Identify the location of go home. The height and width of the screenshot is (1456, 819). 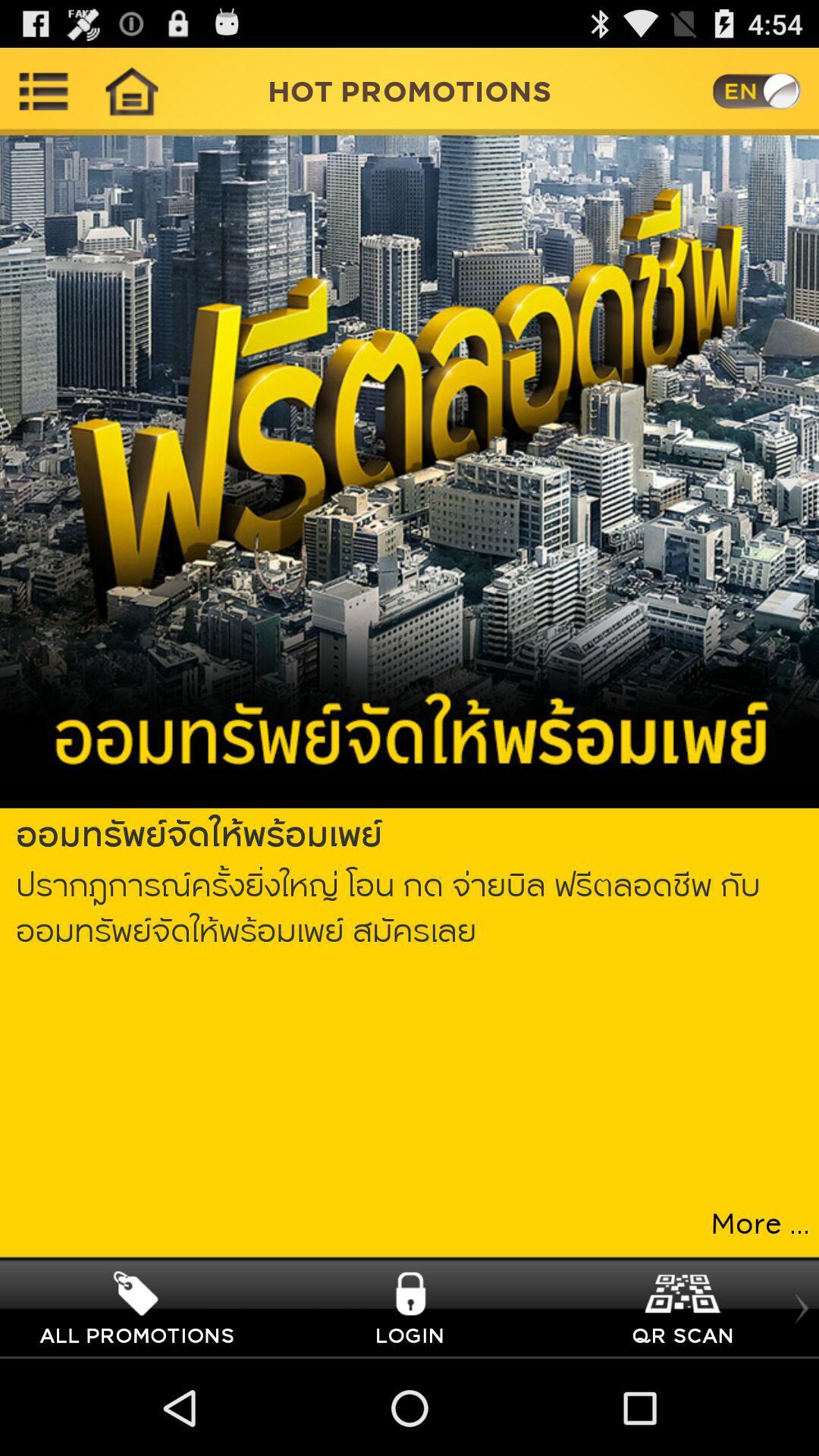
(130, 90).